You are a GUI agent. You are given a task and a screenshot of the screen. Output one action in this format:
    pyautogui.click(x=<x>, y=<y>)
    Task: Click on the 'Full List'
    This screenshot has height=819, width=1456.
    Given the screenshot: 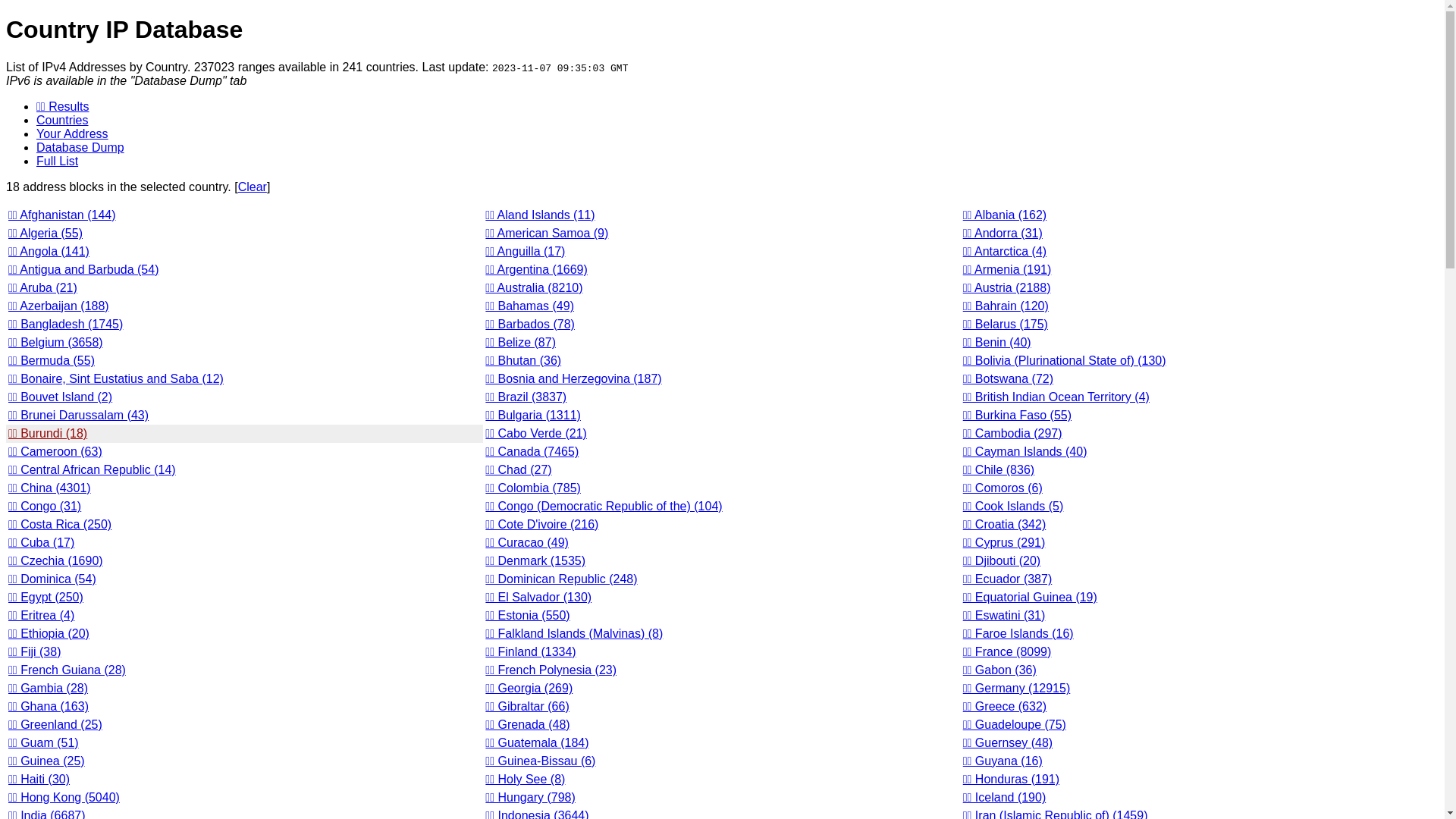 What is the action you would take?
    pyautogui.click(x=57, y=161)
    